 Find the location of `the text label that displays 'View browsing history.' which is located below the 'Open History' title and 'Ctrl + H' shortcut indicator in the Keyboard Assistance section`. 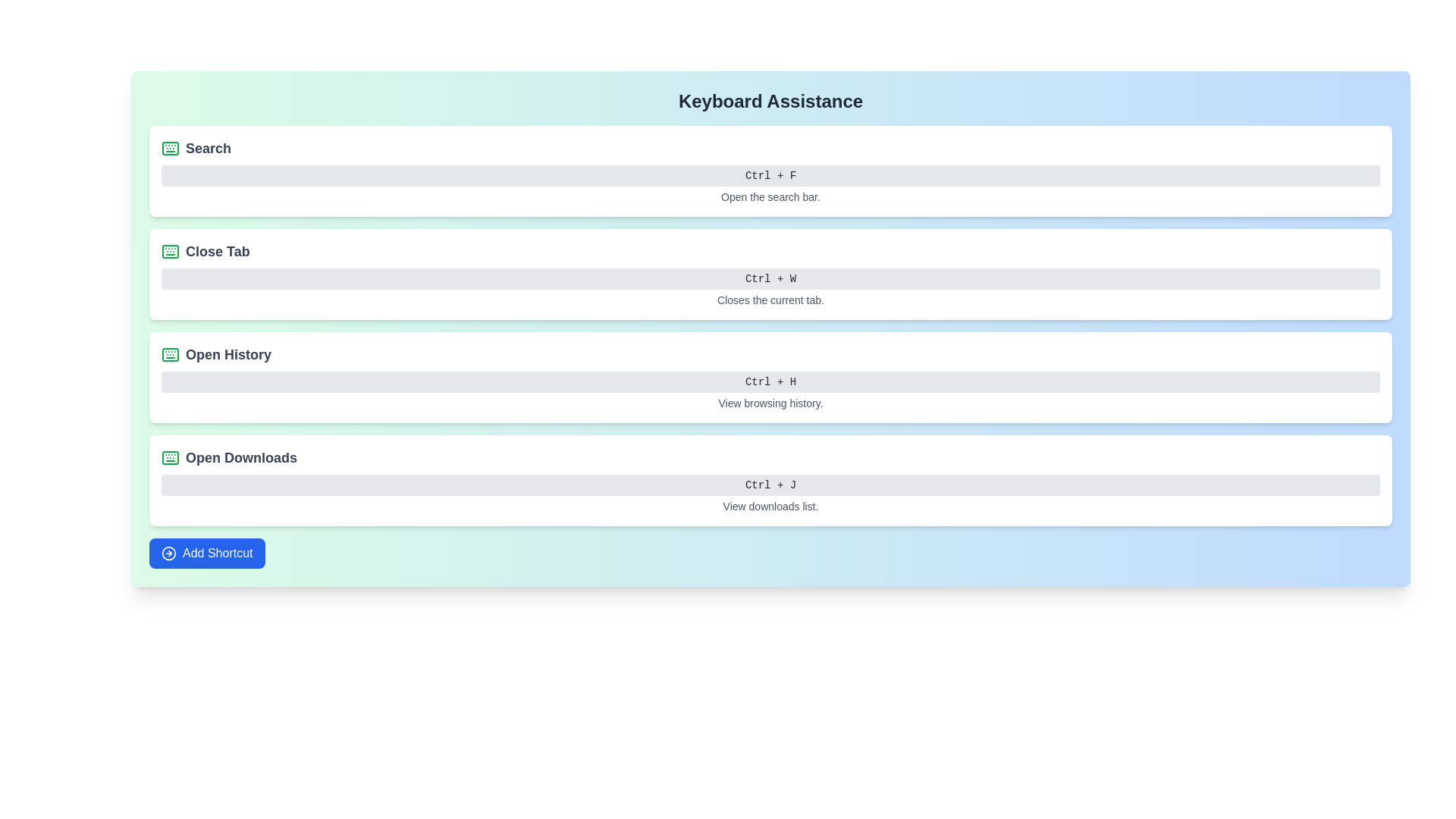

the text label that displays 'View browsing history.' which is located below the 'Open History' title and 'Ctrl + H' shortcut indicator in the Keyboard Assistance section is located at coordinates (770, 403).